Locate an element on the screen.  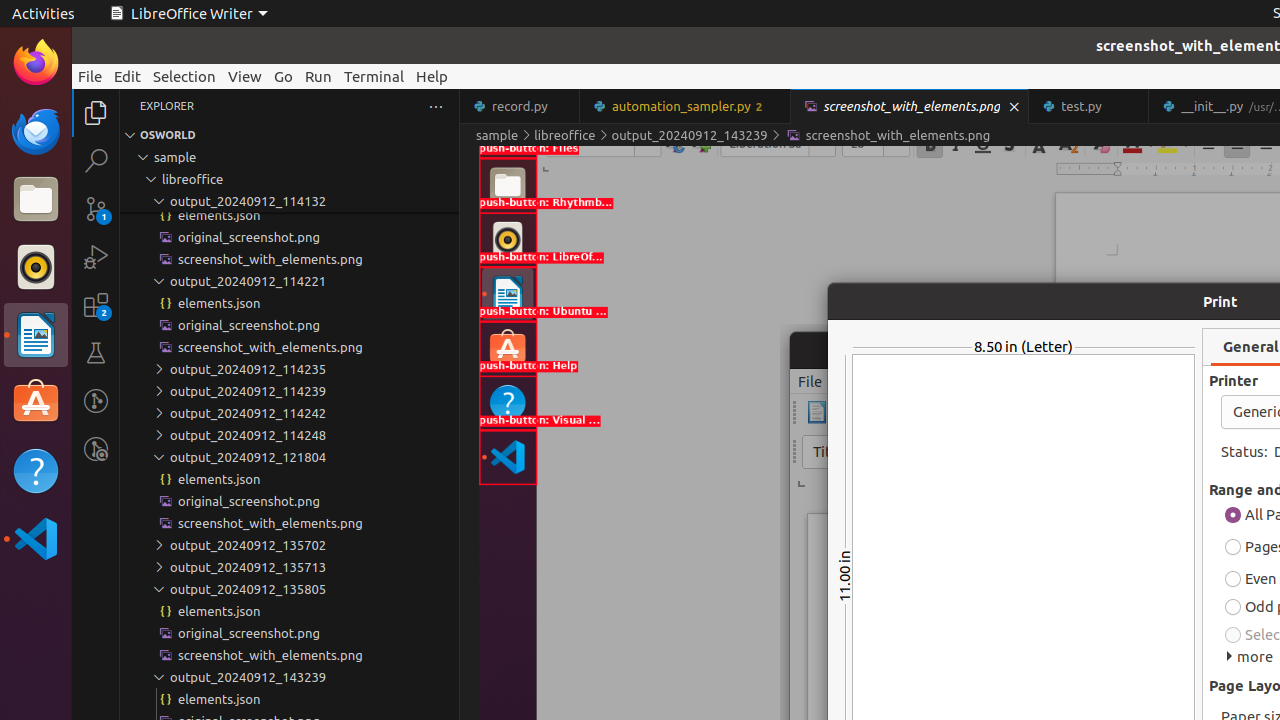
'Firefox Web Browser' is located at coordinates (35, 61).